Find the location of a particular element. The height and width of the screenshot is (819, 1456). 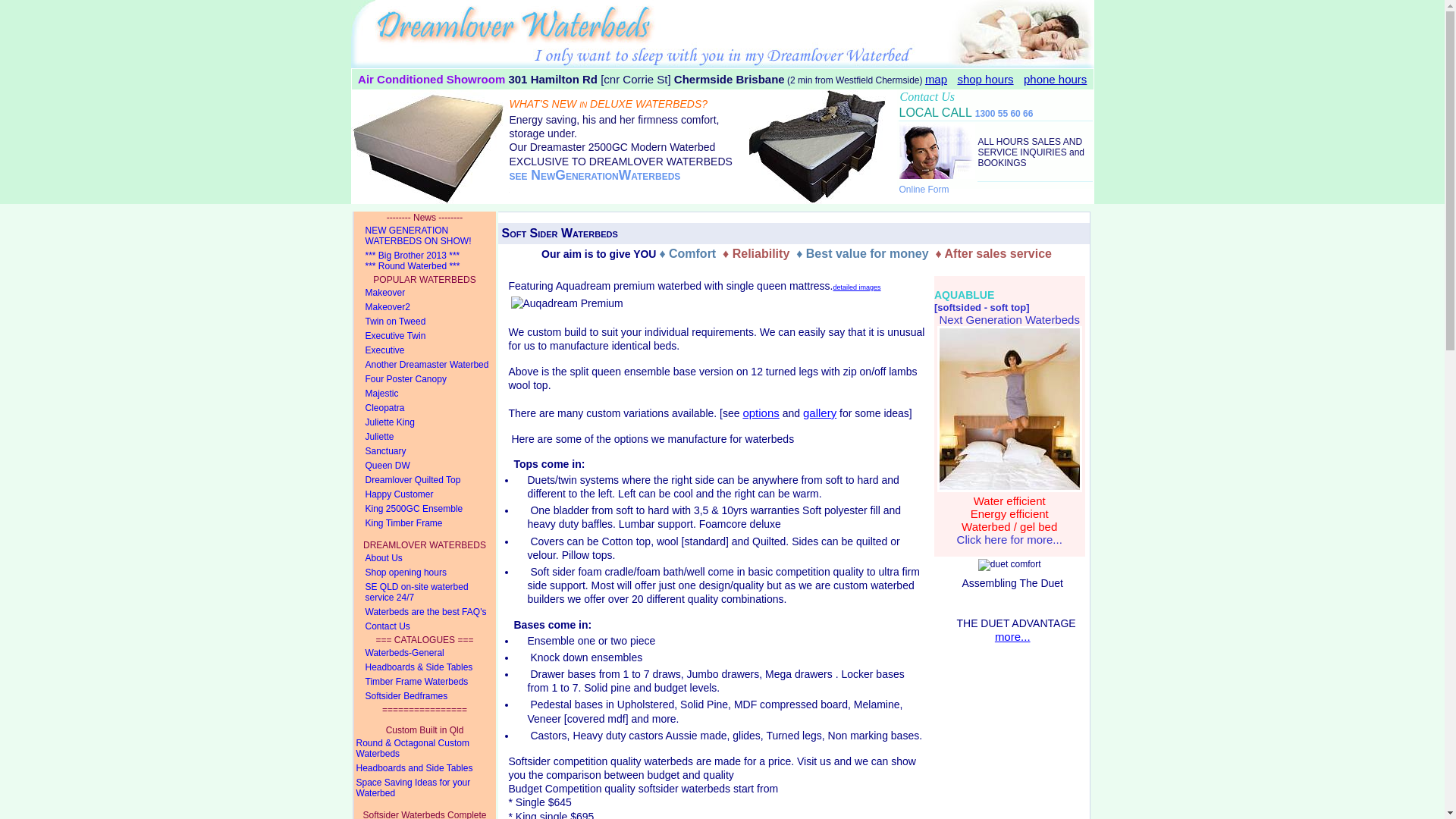

'Happy Customer' is located at coordinates (352, 494).